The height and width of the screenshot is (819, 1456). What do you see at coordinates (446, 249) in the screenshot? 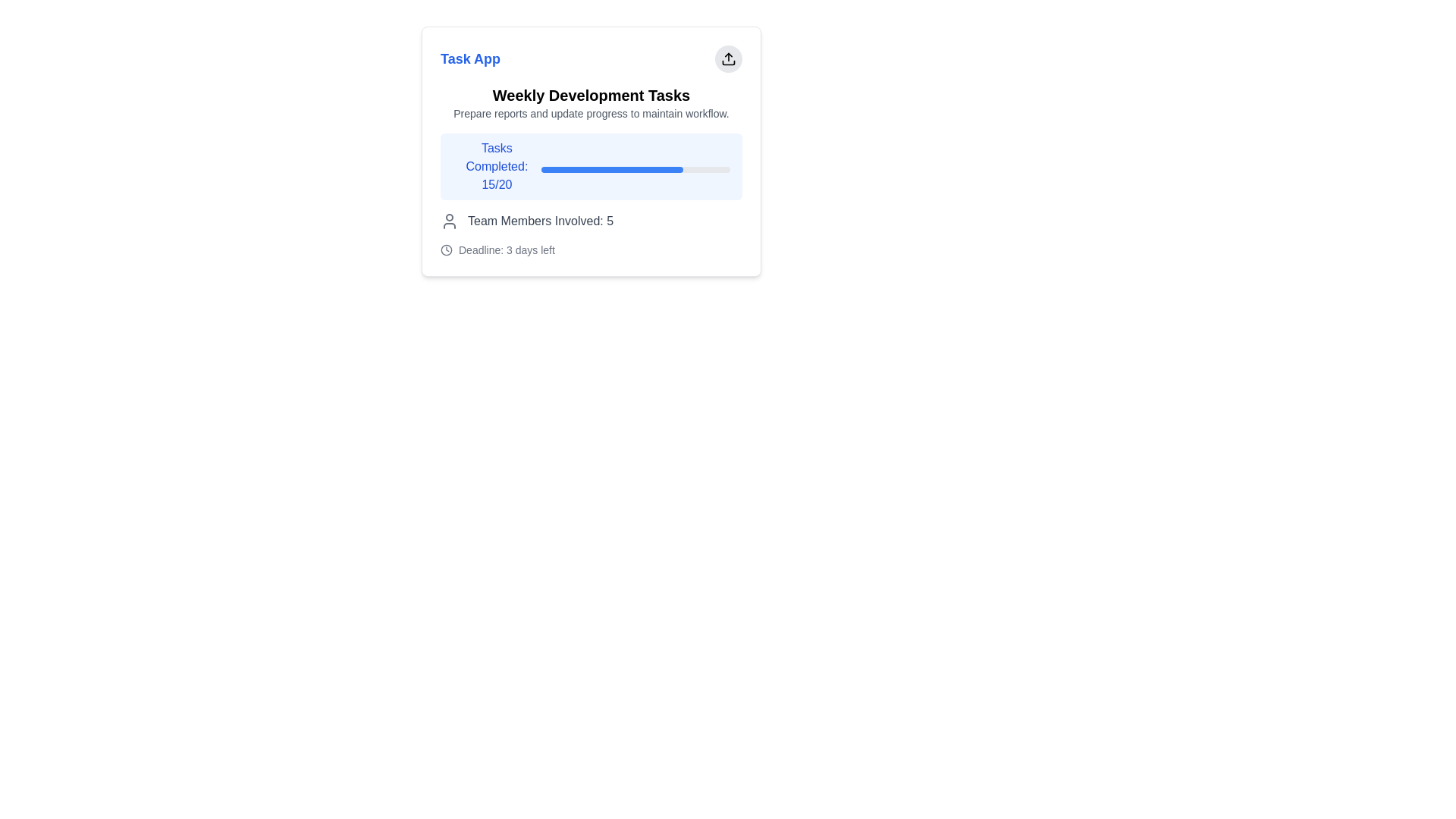
I see `the circular clock icon that represents deadline details, positioned to the left of the text 'Deadline: 3 days left'` at bounding box center [446, 249].